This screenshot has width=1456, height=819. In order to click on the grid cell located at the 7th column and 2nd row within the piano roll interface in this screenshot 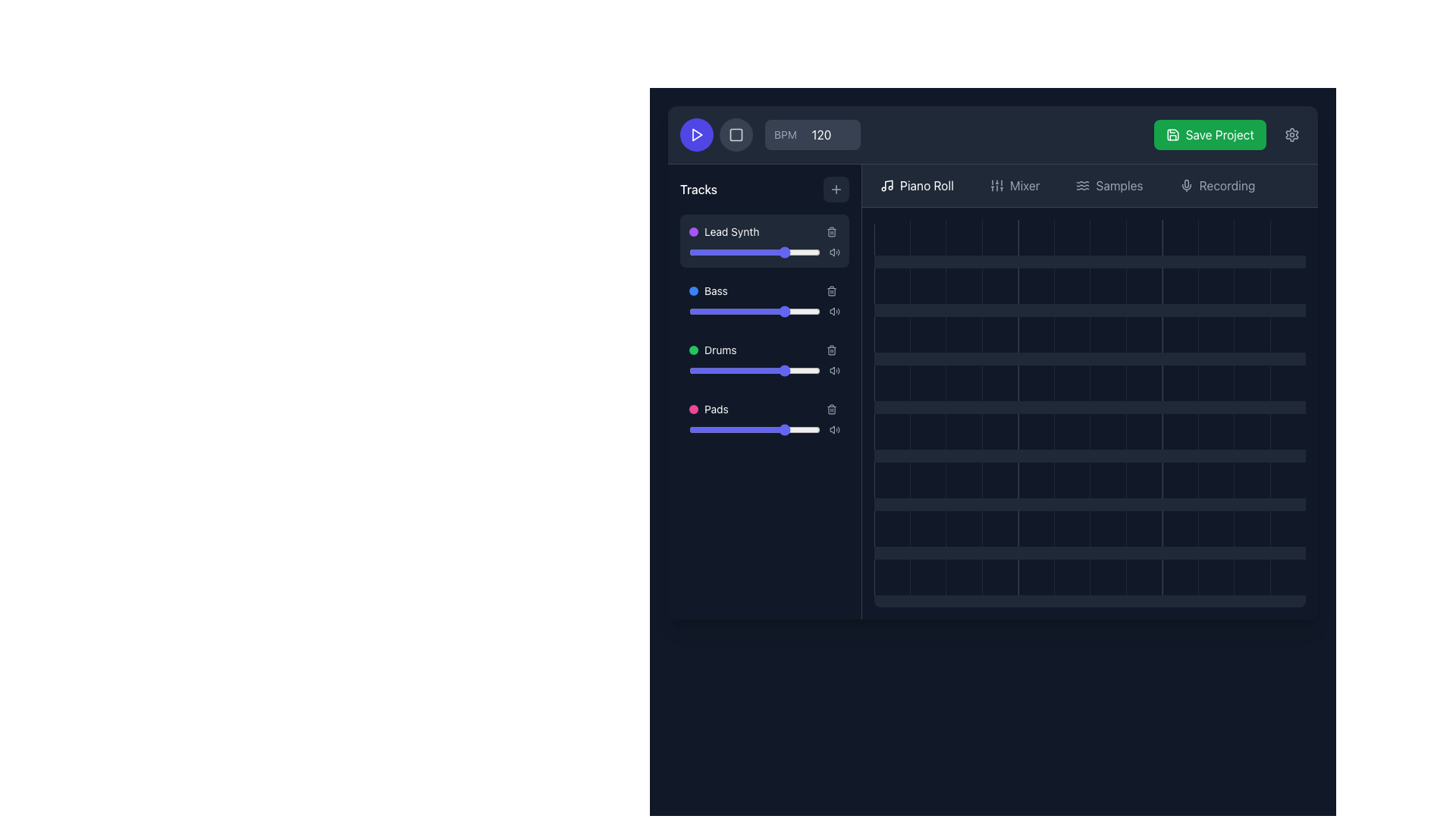, I will do `click(1108, 286)`.